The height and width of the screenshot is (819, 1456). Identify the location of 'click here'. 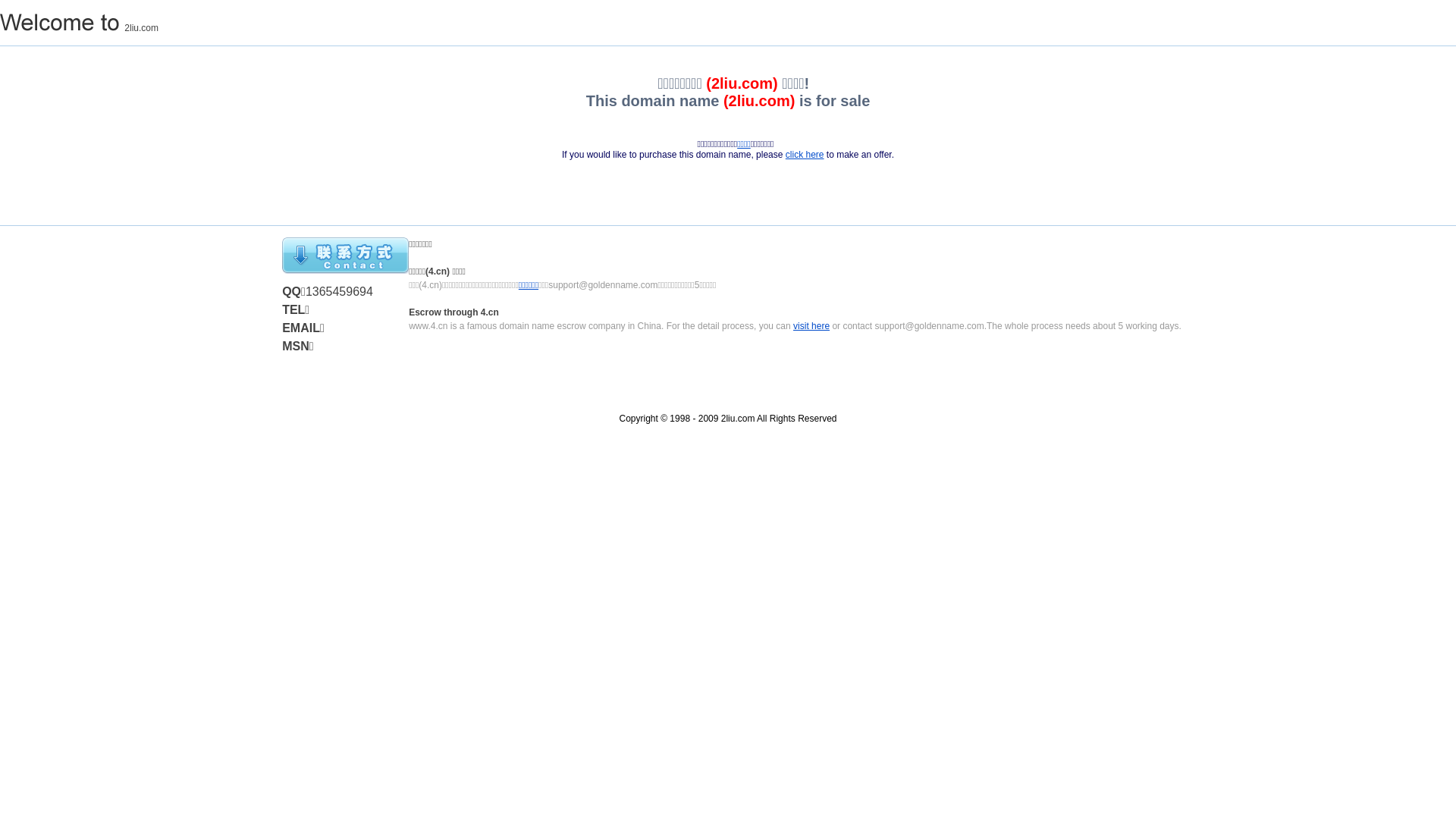
(804, 155).